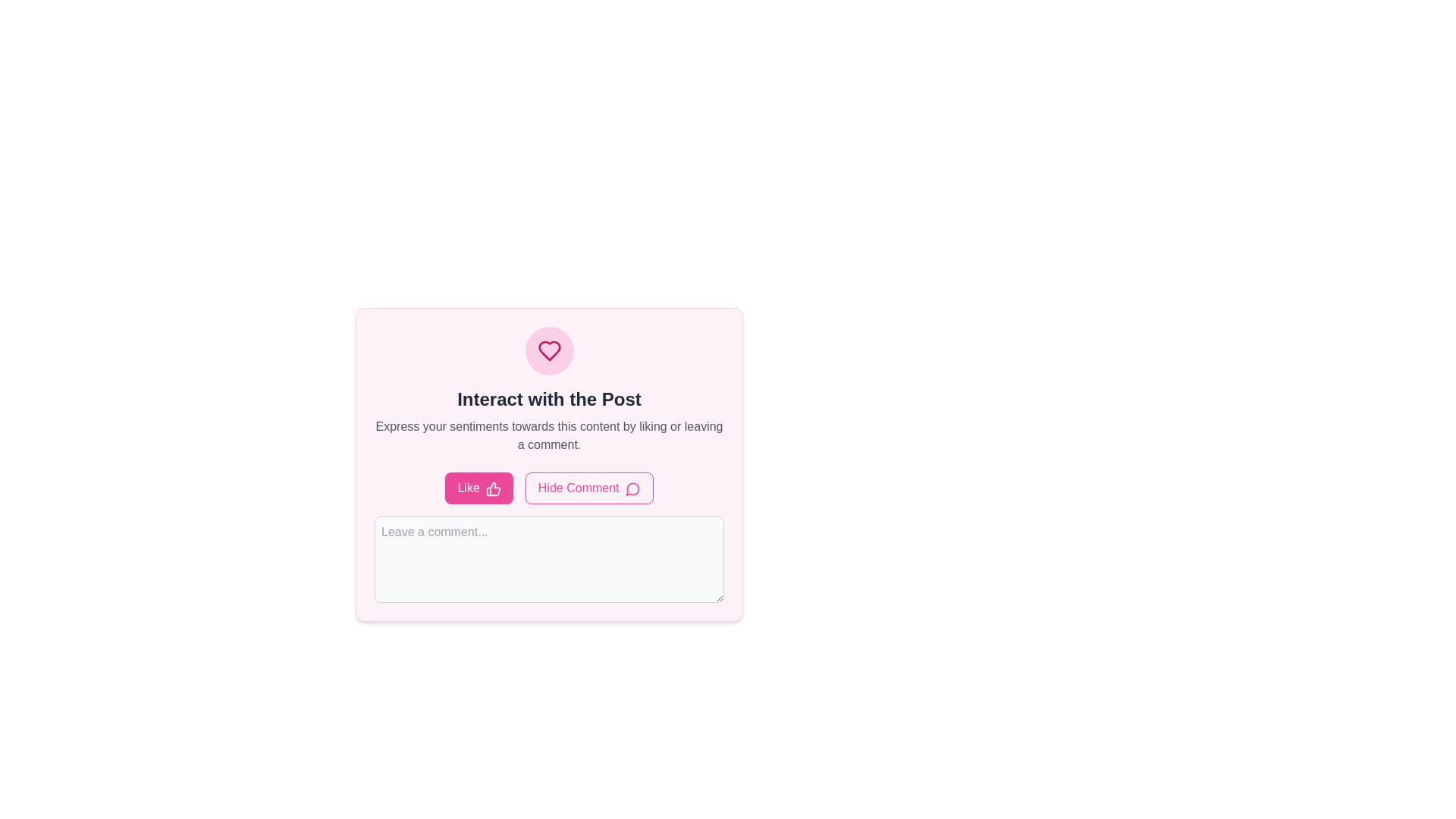 The width and height of the screenshot is (1456, 819). What do you see at coordinates (548, 435) in the screenshot?
I see `the centered text paragraph in gray font on a pink background that instructs users to express their sentiments by liking or commenting` at bounding box center [548, 435].